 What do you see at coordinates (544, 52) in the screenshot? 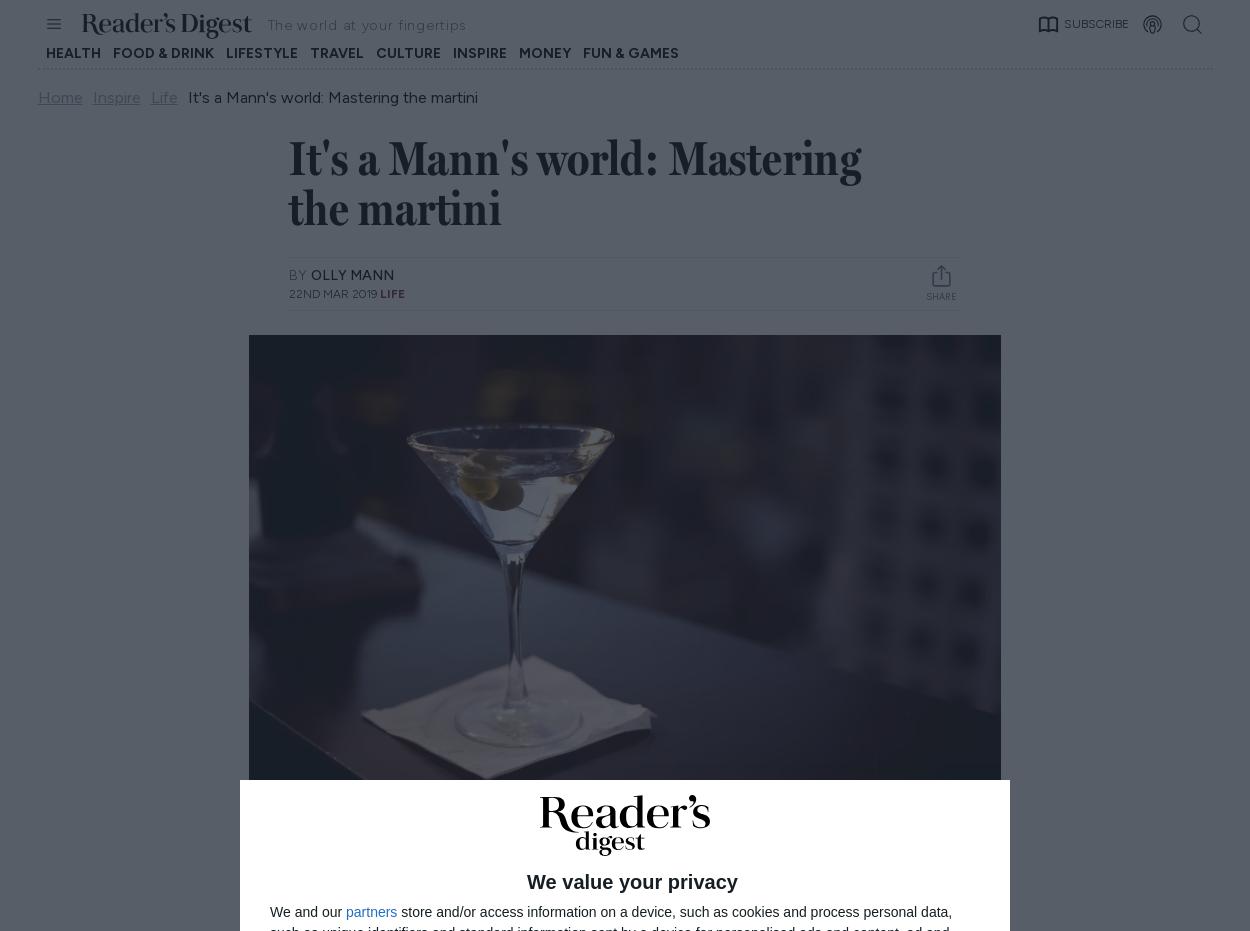
I see `'Money'` at bounding box center [544, 52].